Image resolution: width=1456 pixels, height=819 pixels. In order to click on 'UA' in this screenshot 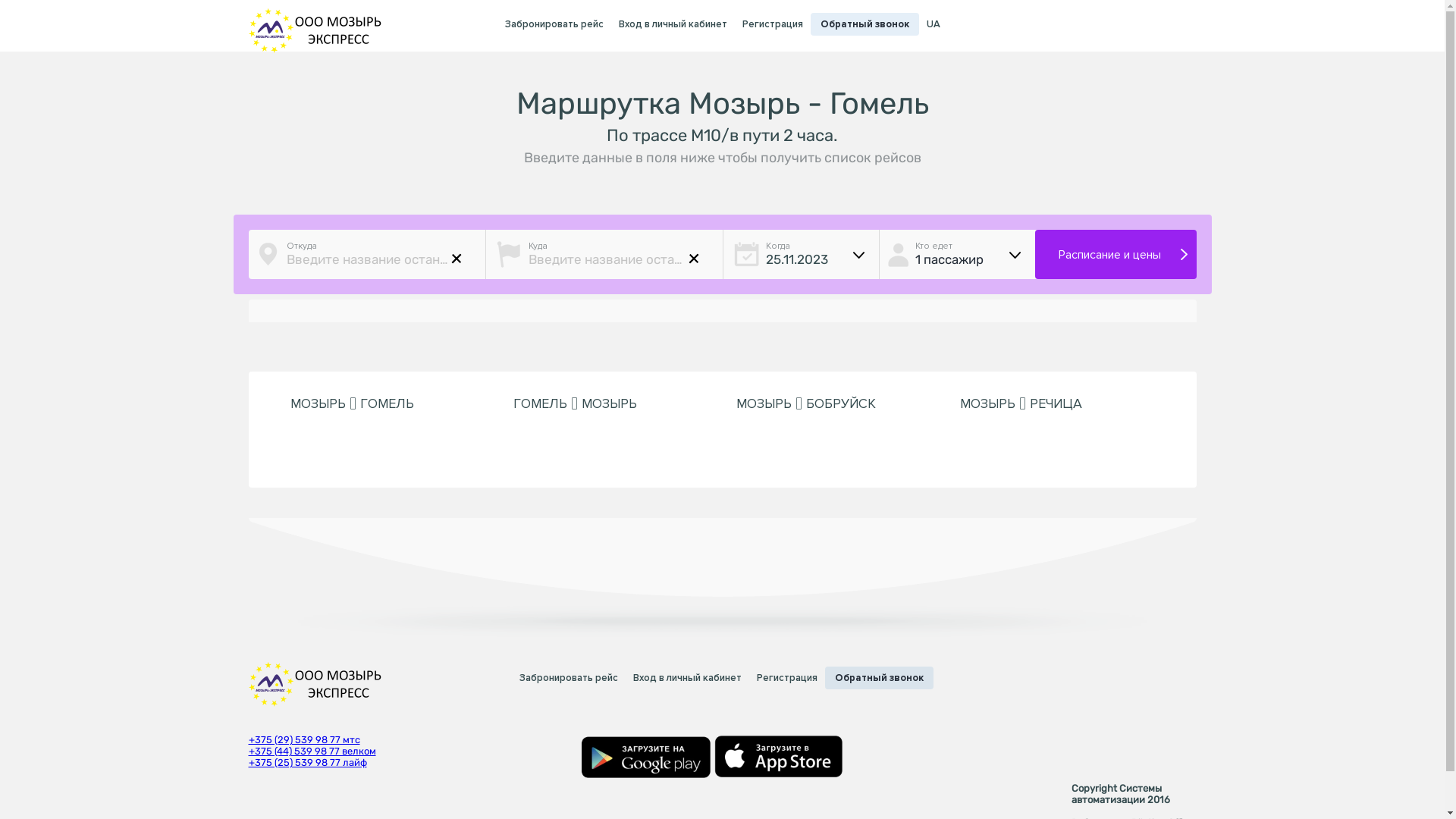, I will do `click(932, 24)`.